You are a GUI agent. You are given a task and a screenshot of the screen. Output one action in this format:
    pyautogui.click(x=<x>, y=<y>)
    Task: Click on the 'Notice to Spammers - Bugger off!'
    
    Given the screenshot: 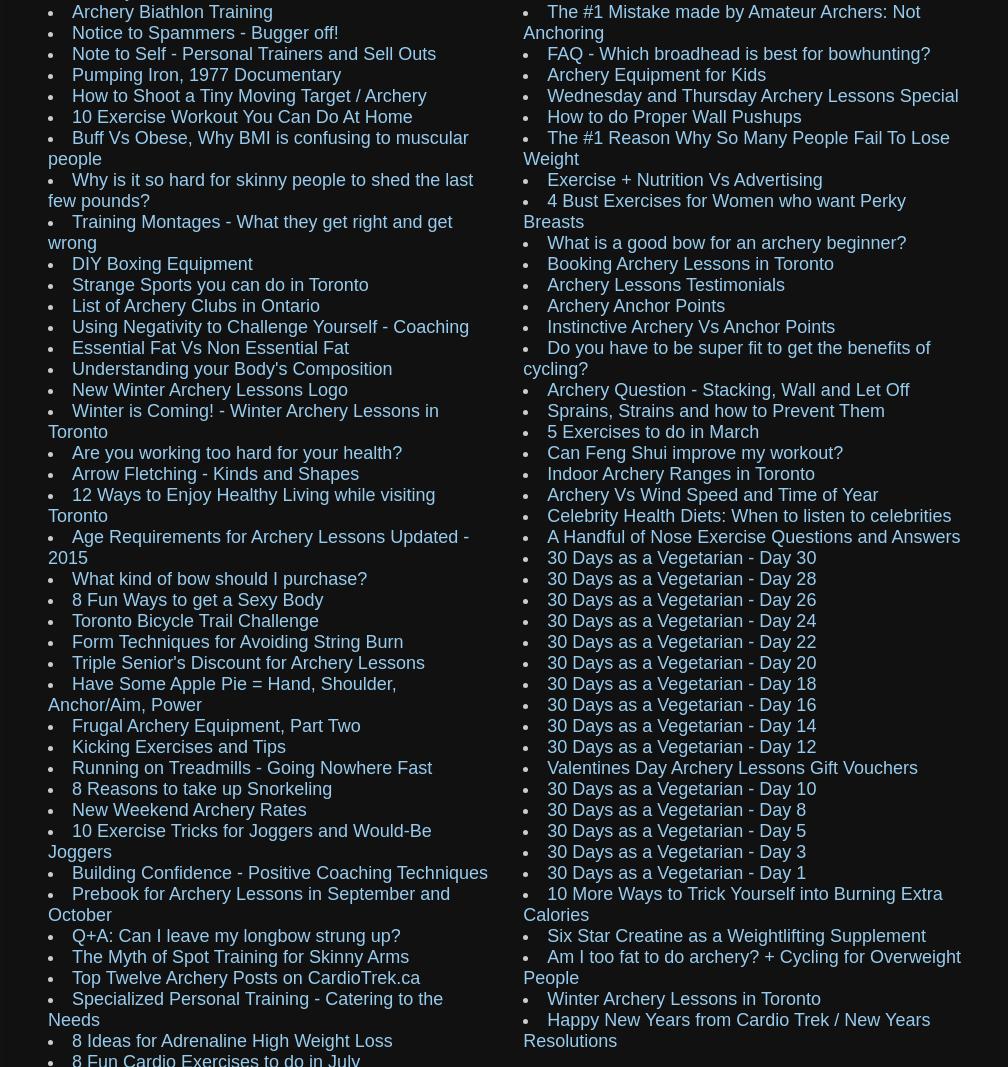 What is the action you would take?
    pyautogui.click(x=205, y=31)
    